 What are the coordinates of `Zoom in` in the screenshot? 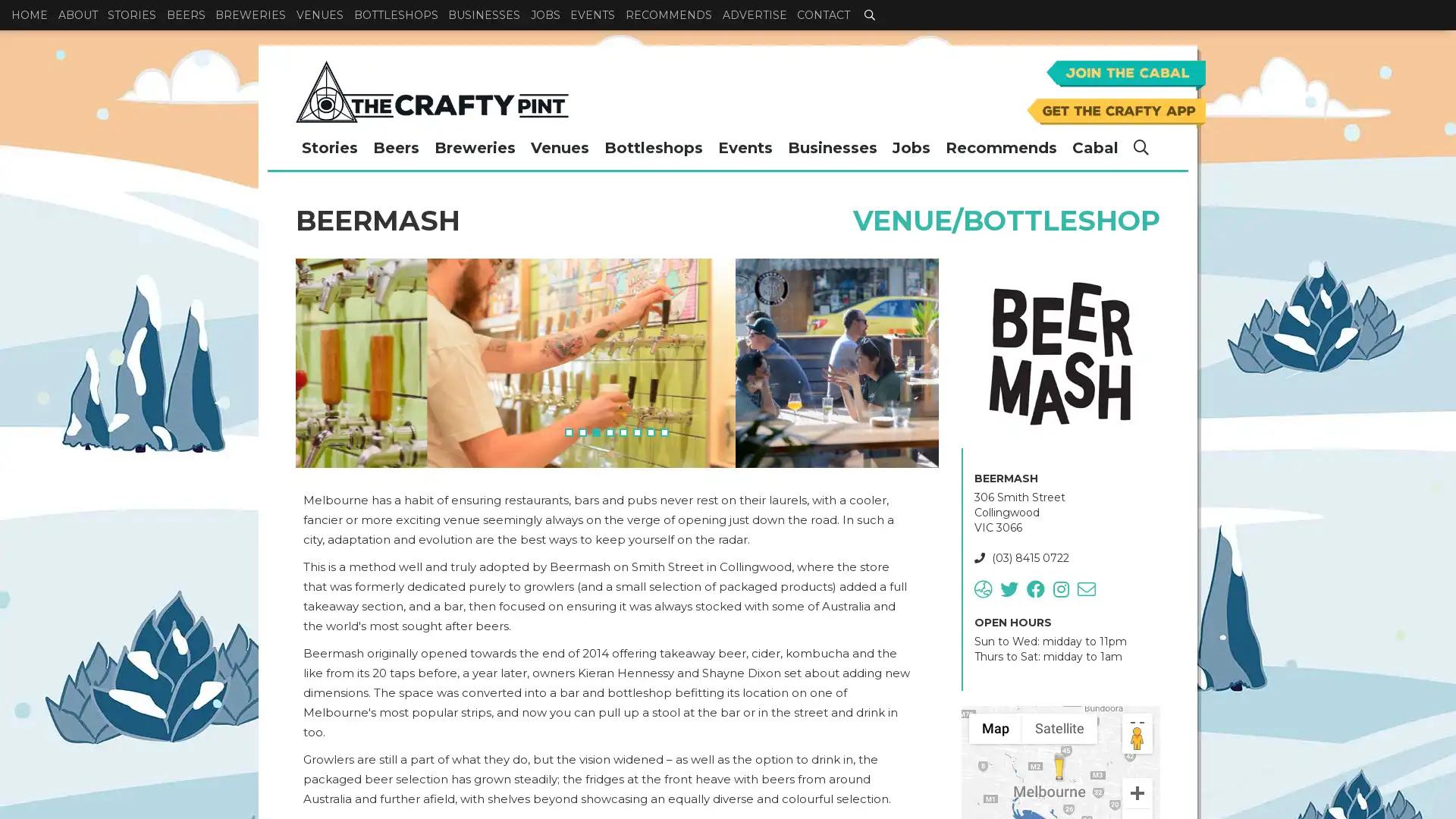 It's located at (1137, 792).